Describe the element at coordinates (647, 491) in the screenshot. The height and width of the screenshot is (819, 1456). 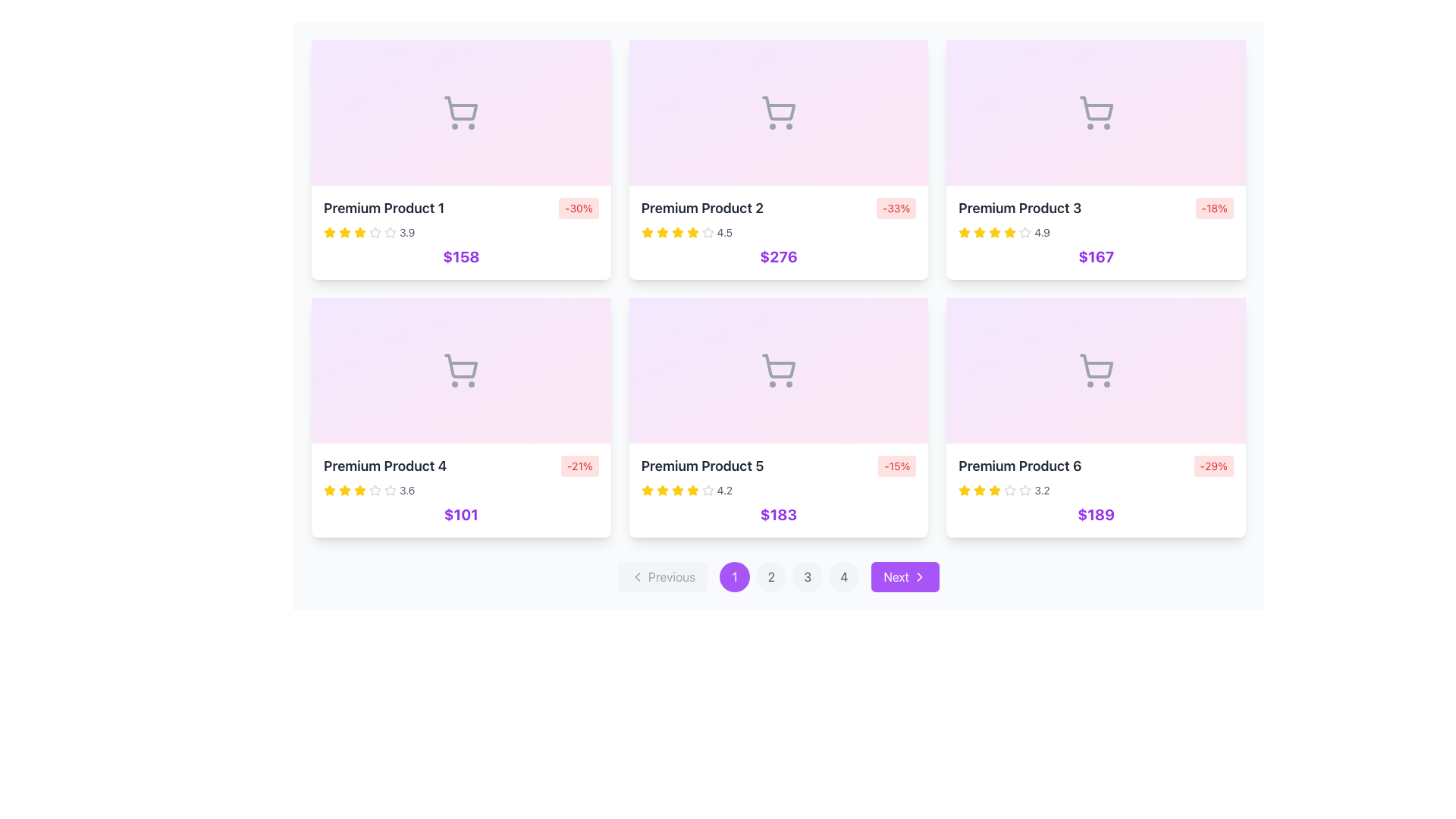
I see `the first star in the graphical rating indicator for the product 'Premium Product 5' to trigger a tooltip or visual feedback` at that location.